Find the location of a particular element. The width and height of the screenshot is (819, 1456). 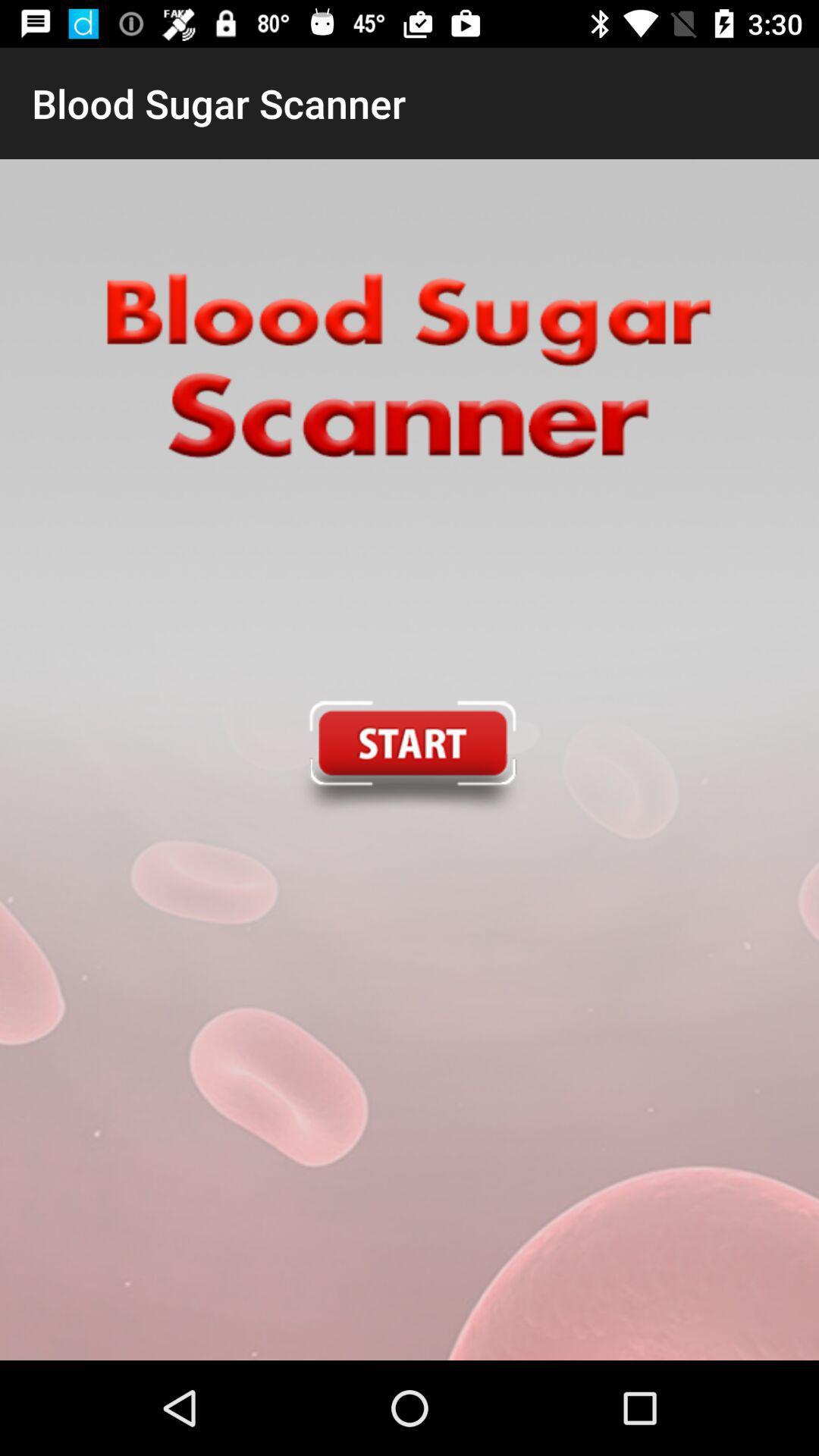

start button is located at coordinates (408, 760).